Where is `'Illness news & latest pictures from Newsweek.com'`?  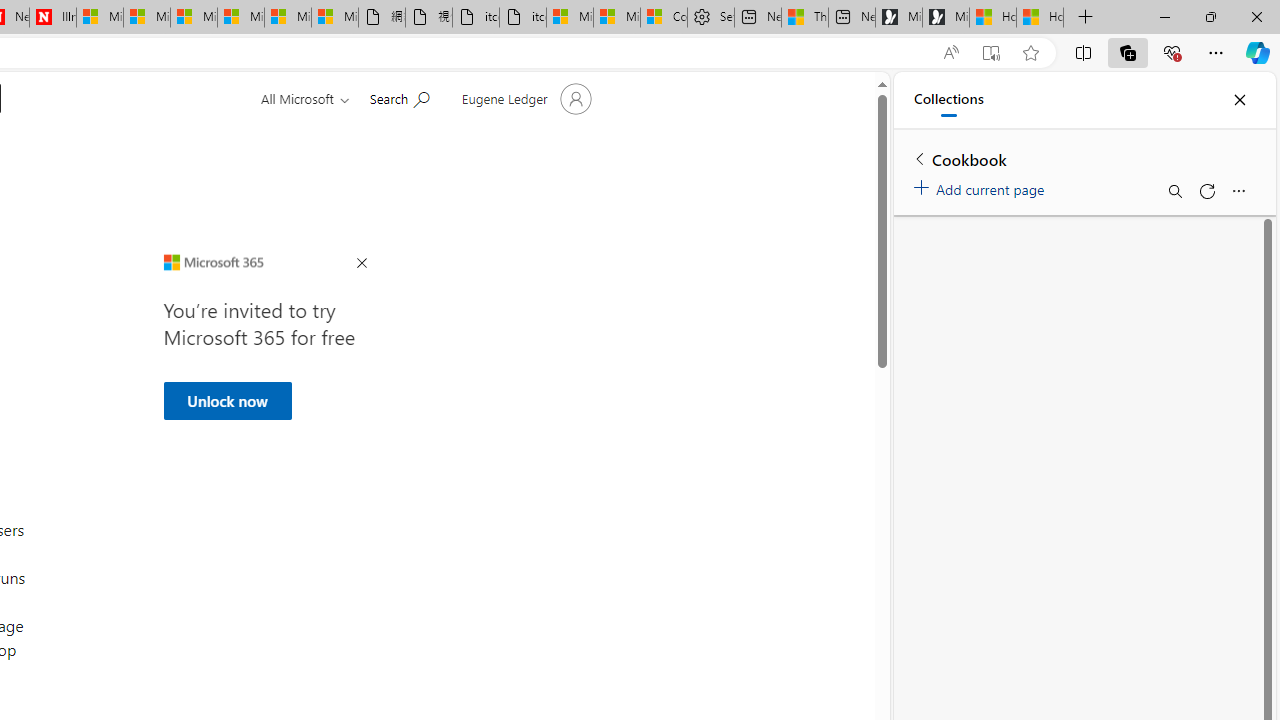
'Illness news & latest pictures from Newsweek.com' is located at coordinates (52, 17).